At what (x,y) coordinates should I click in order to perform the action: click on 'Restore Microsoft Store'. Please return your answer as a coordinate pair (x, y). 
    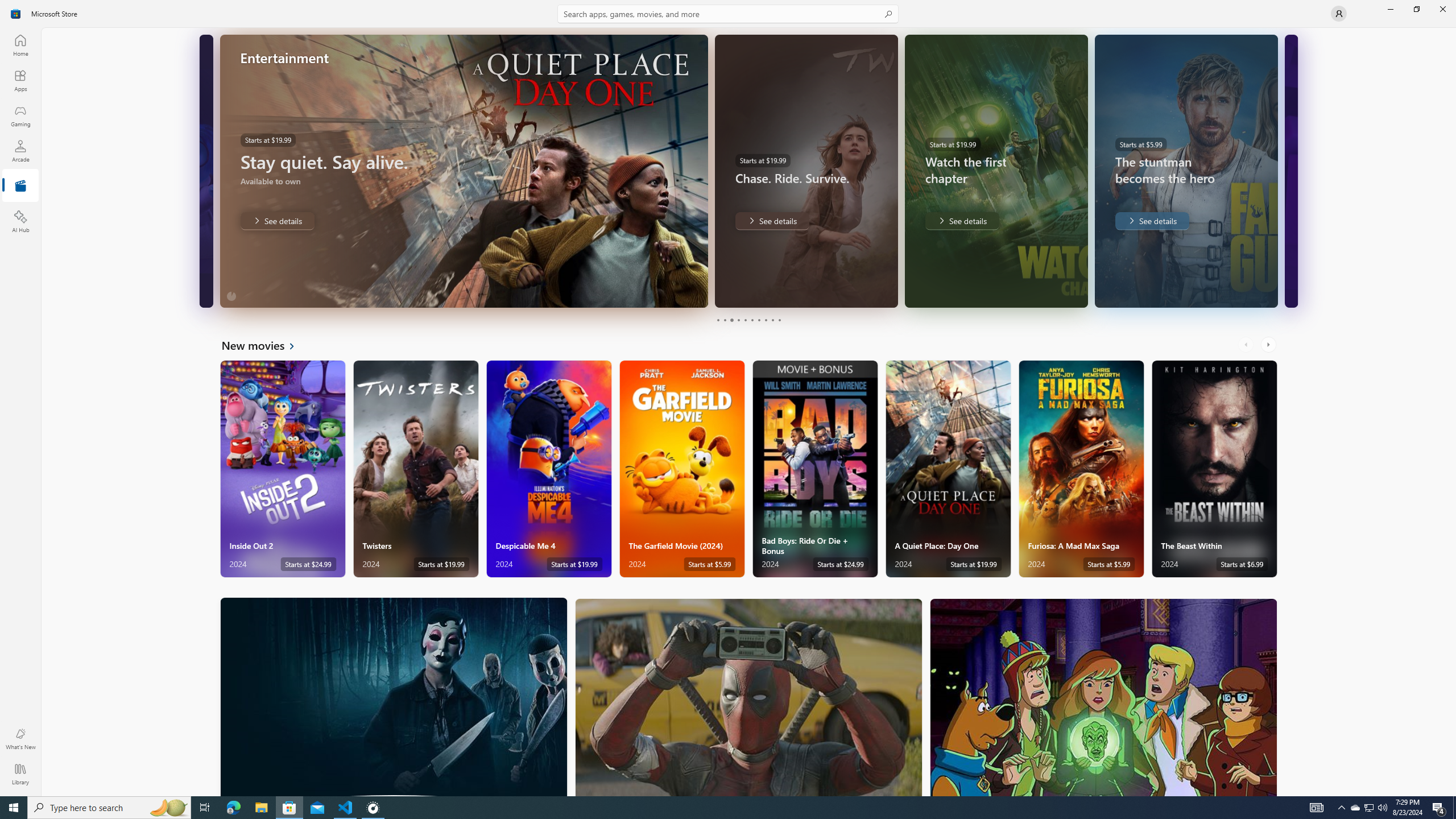
    Looking at the image, I should click on (1416, 9).